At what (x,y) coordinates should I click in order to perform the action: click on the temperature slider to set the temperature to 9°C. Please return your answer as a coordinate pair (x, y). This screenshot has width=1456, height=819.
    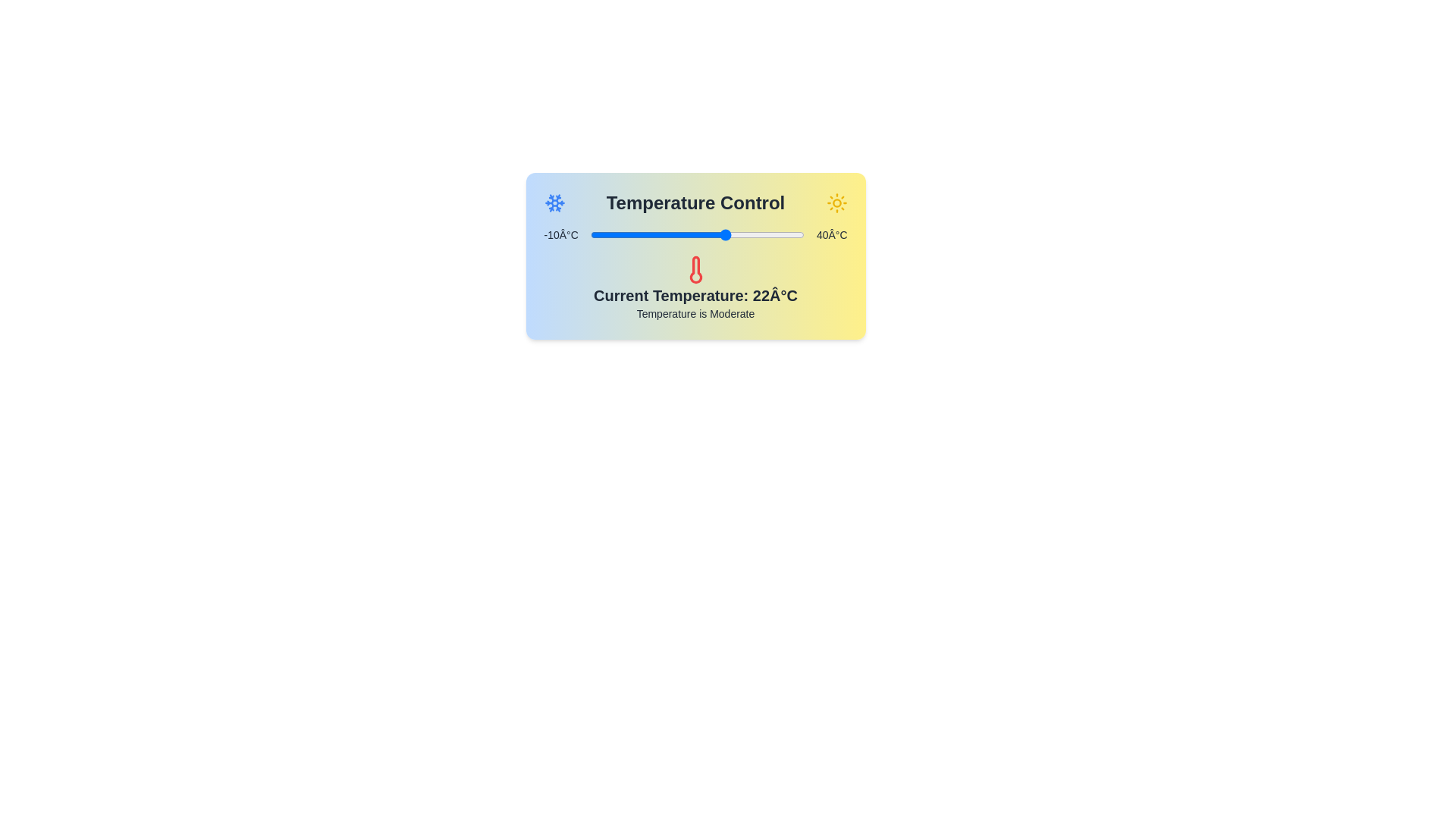
    Looking at the image, I should click on (670, 234).